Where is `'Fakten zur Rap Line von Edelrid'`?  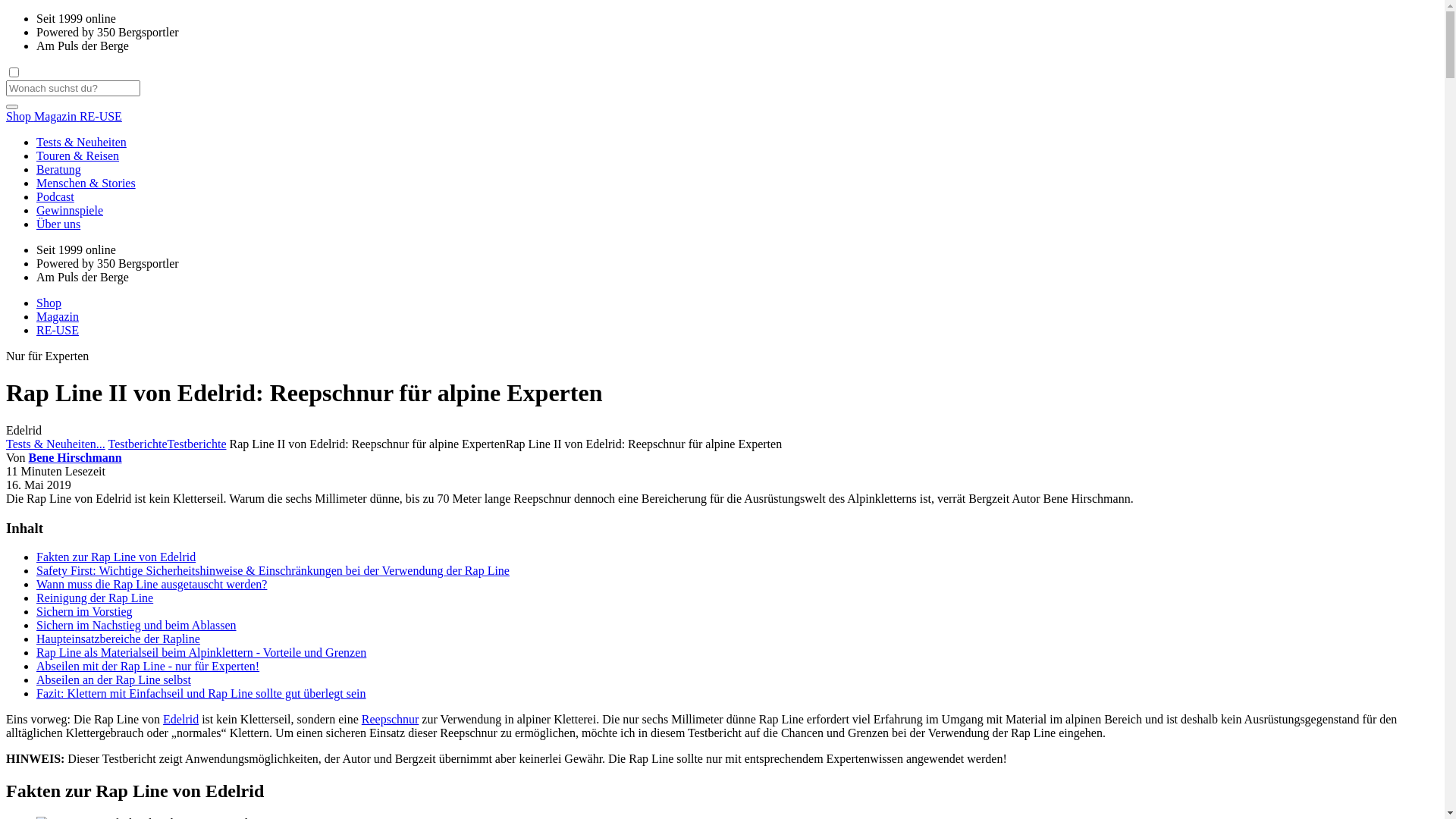
'Fakten zur Rap Line von Edelrid' is located at coordinates (115, 557).